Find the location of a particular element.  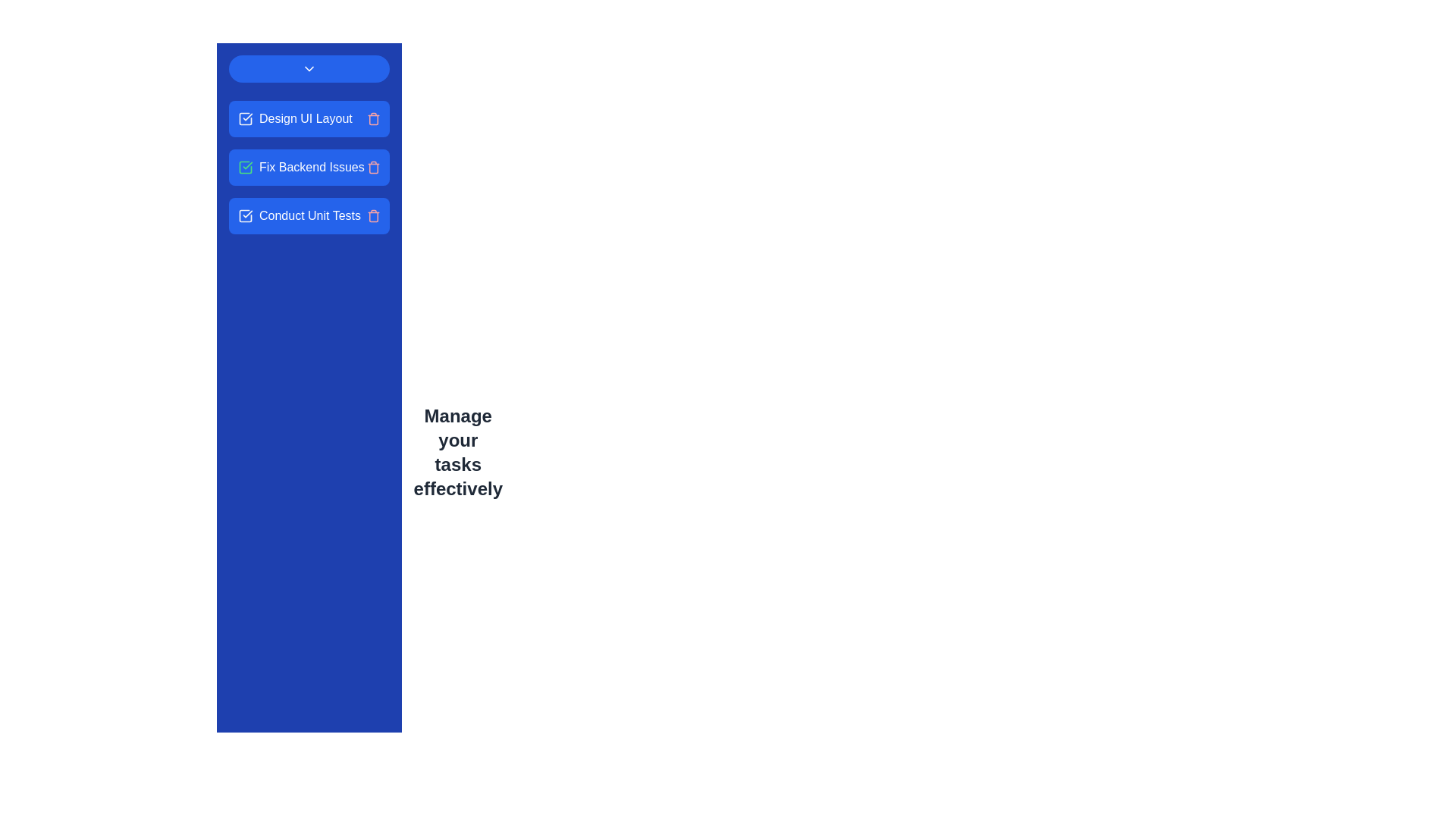

the delete button represented by a trash can icon with a red color scheme, located at the far right end of the 'Design UI Layout' list item is located at coordinates (373, 118).